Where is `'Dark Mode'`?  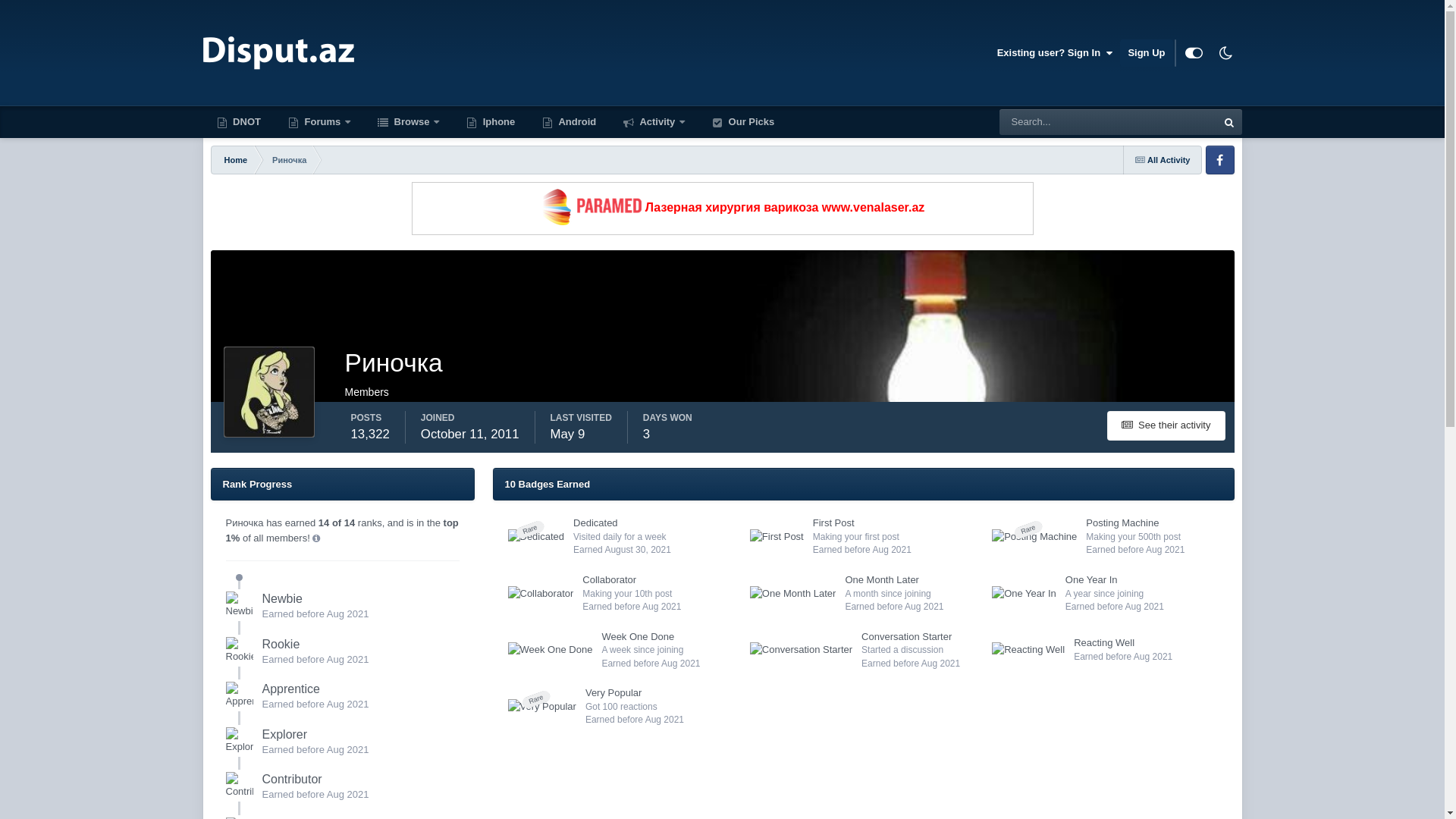
'Dark Mode' is located at coordinates (1210, 52).